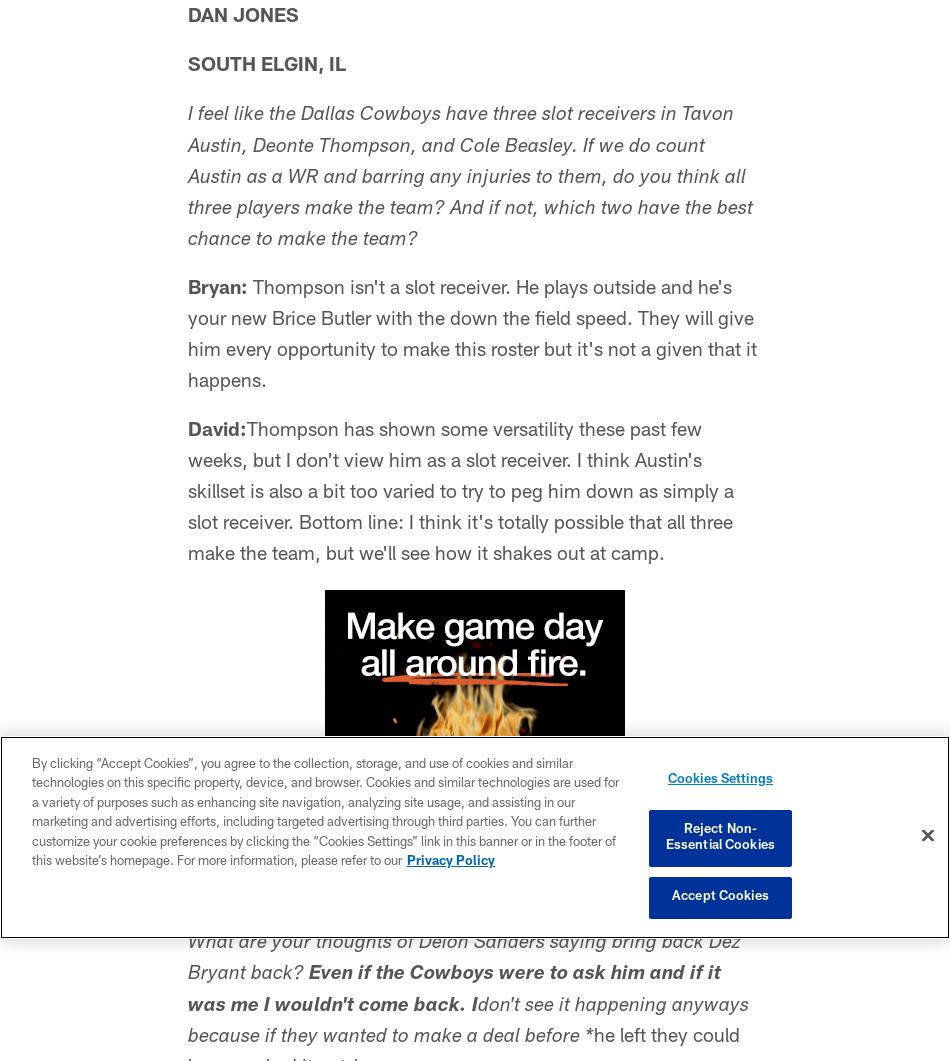 This screenshot has width=950, height=1061. I want to click on 'STEPHEN GRAYSONGREENVILLE, MS', so click(360, 911).